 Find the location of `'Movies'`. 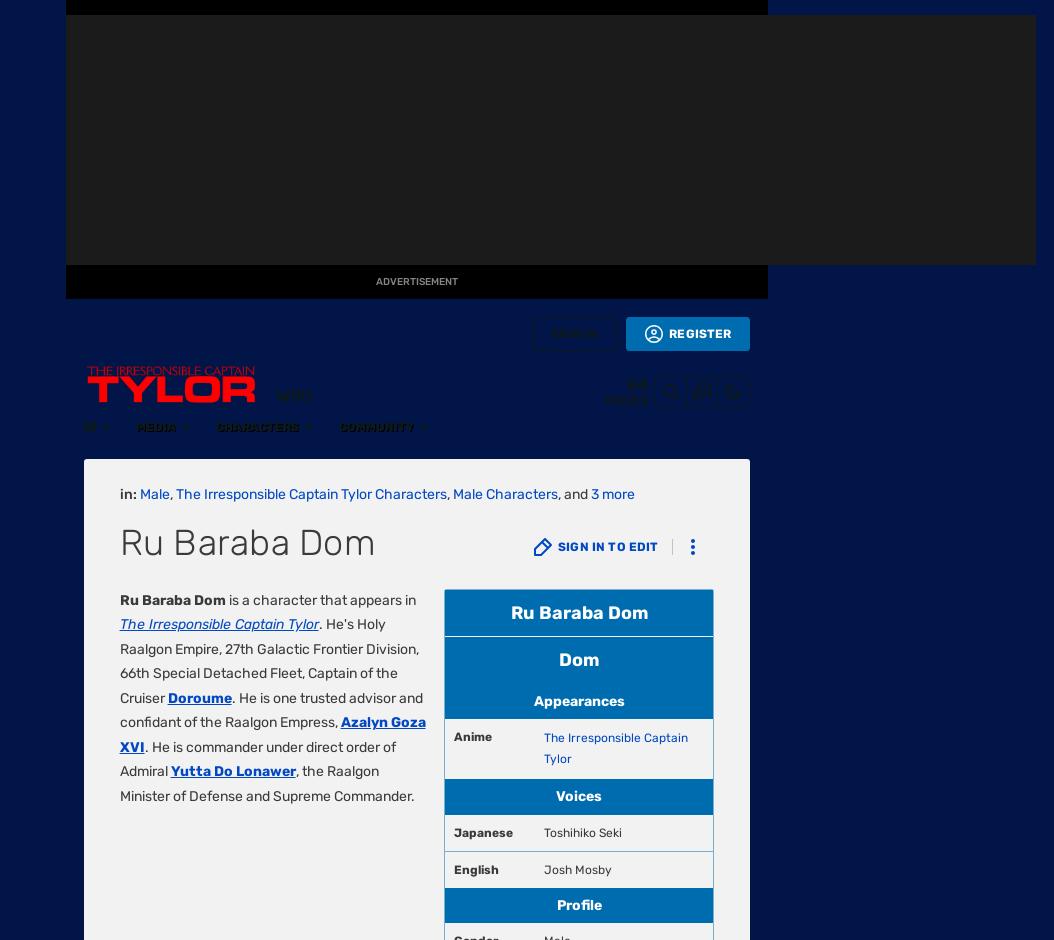

'Movies' is located at coordinates (32, 429).